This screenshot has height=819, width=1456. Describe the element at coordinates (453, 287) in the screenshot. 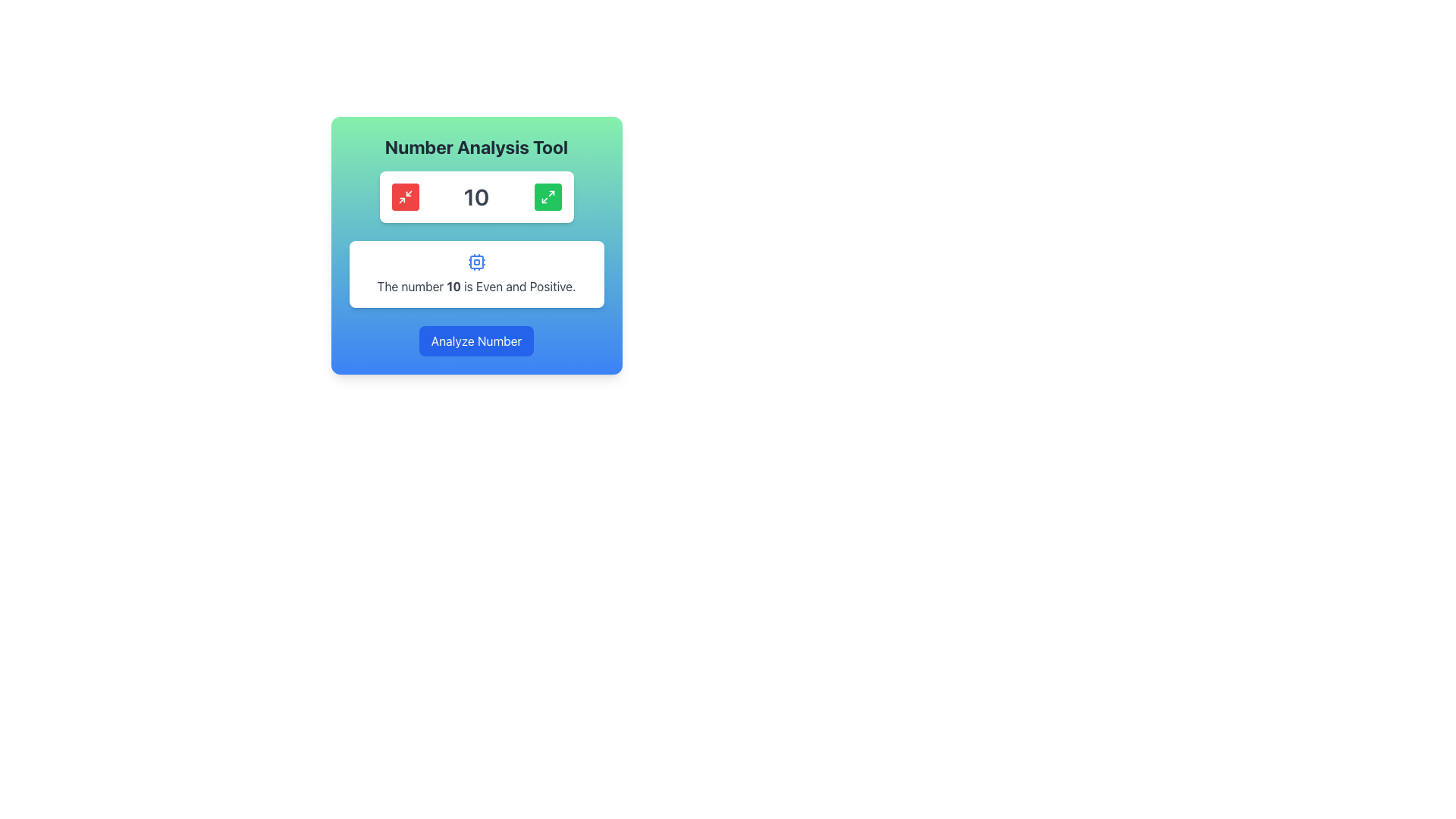

I see `the text element displaying 'The number 10 is Even and Positive.' which is emphasized in bold and located within a white box with rounded corners` at that location.